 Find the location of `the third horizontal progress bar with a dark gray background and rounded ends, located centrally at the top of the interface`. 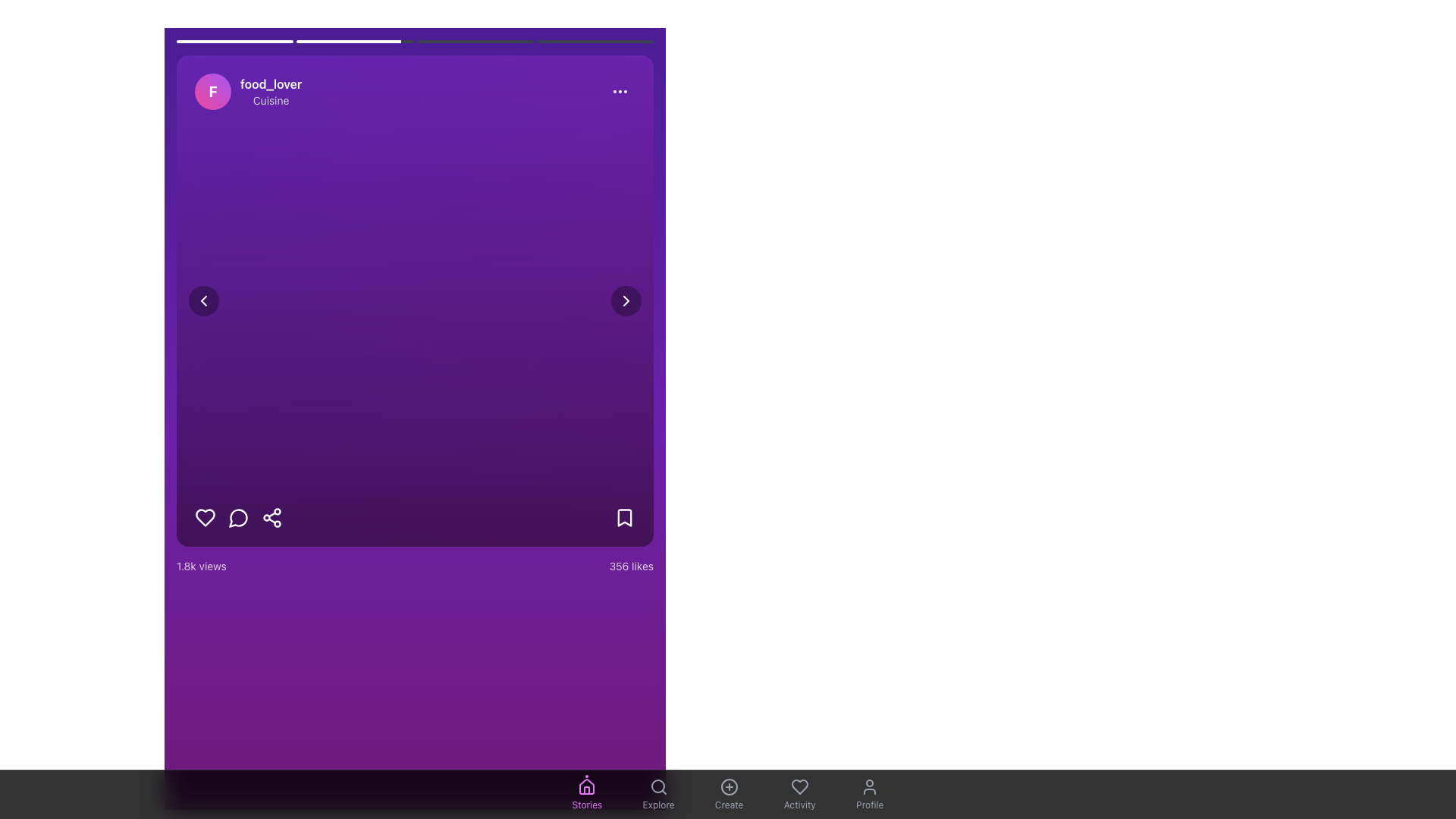

the third horizontal progress bar with a dark gray background and rounded ends, located centrally at the top of the interface is located at coordinates (474, 40).